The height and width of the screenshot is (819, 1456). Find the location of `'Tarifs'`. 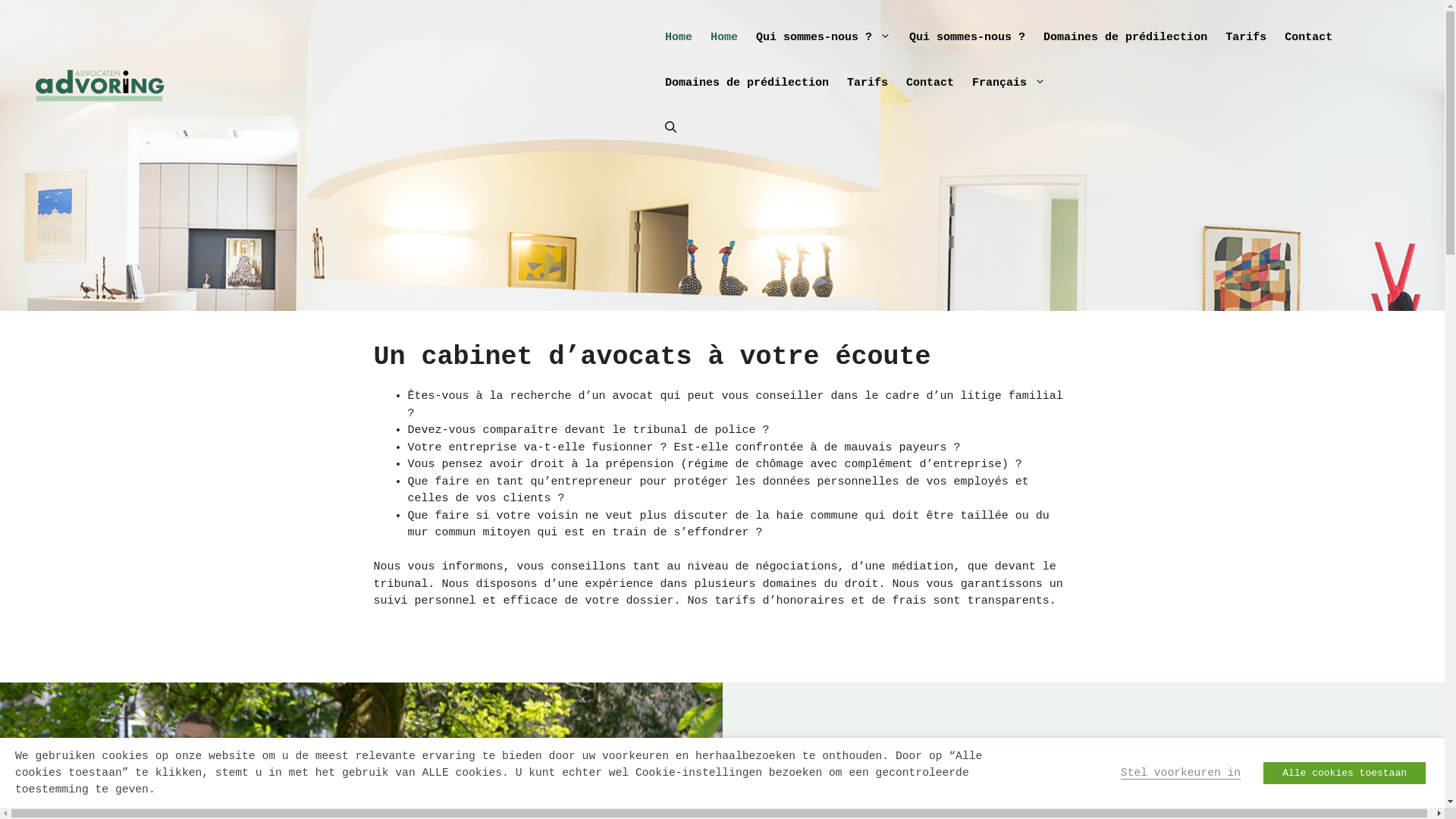

'Tarifs' is located at coordinates (836, 83).